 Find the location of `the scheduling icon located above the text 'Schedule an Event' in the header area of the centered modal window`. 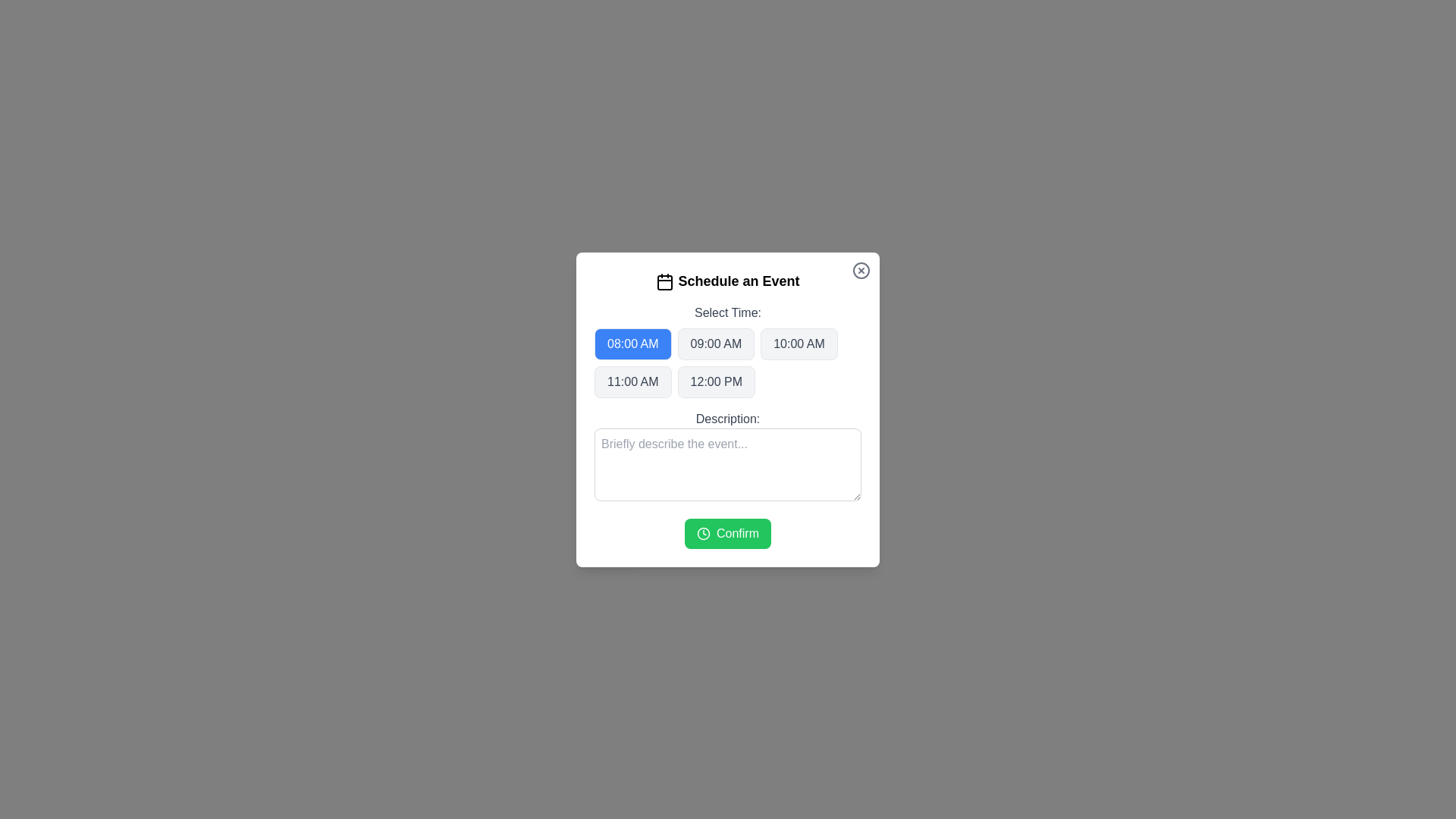

the scheduling icon located above the text 'Schedule an Event' in the header area of the centered modal window is located at coordinates (665, 281).